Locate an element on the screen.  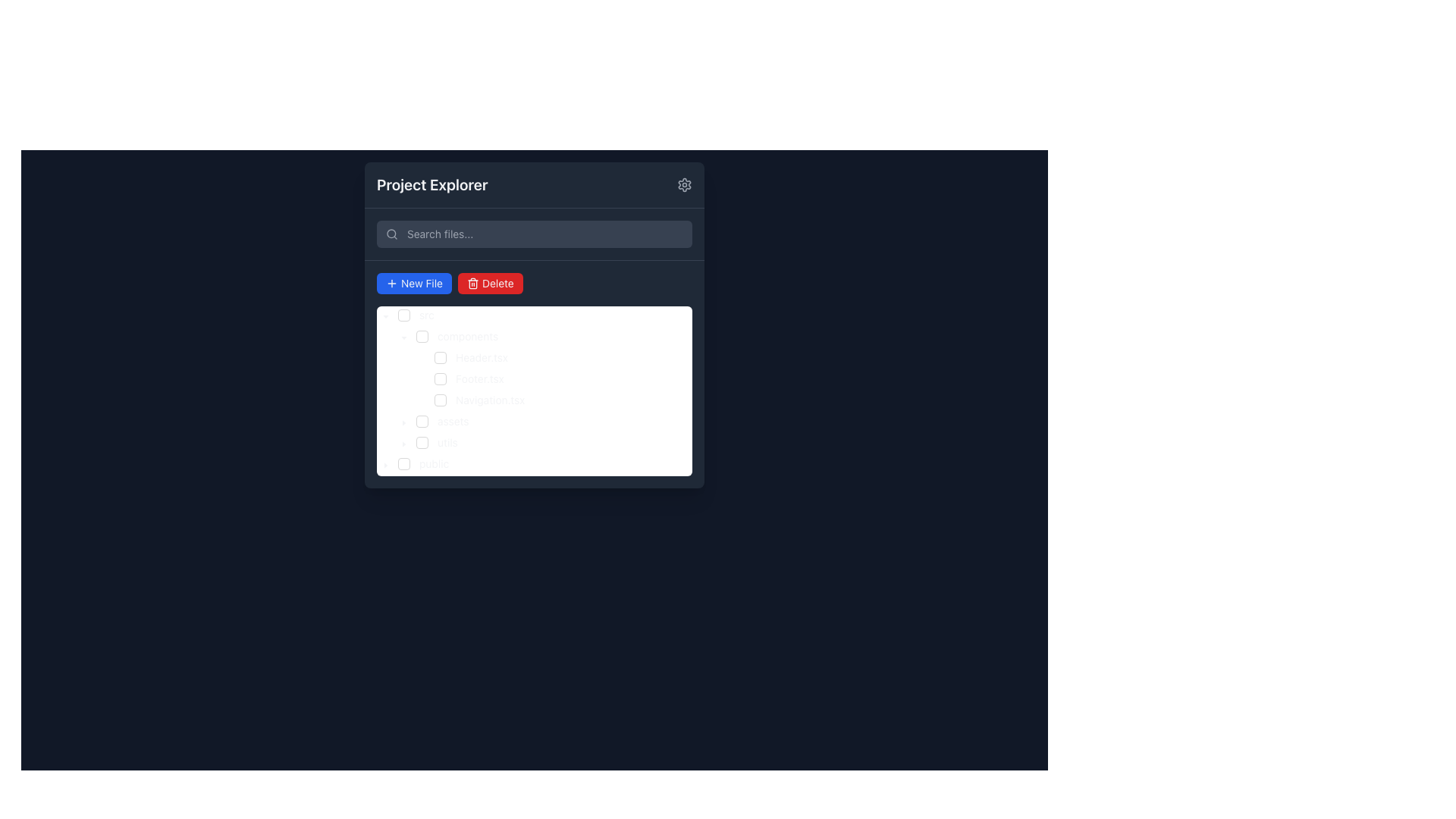
the settings icon button located at the top-right corner of the 'Project Explorer' header, next to the title text 'Project Explorer' is located at coordinates (683, 184).